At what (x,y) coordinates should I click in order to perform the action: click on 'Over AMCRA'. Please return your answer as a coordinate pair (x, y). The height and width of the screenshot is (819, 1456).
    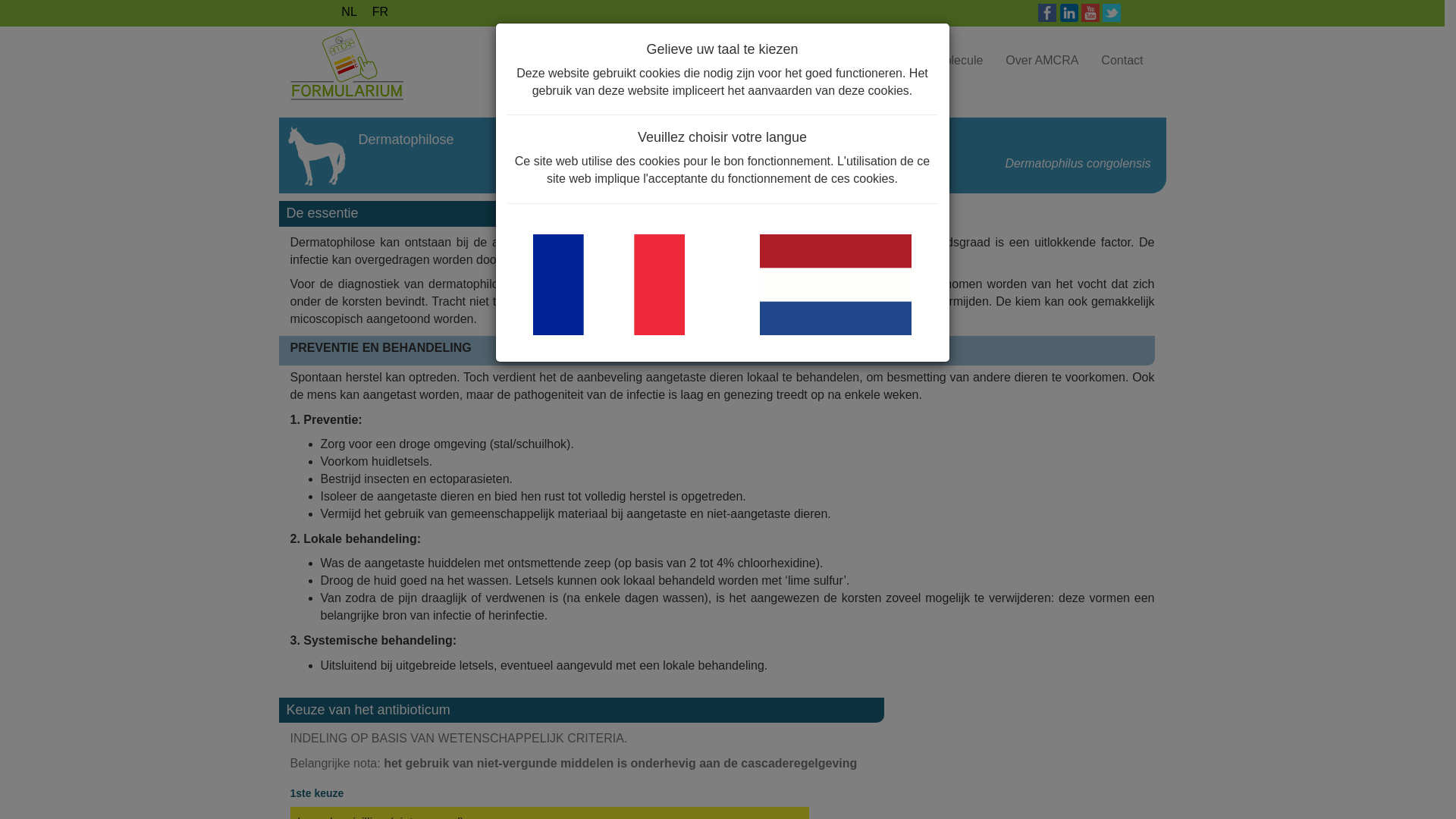
    Looking at the image, I should click on (1040, 60).